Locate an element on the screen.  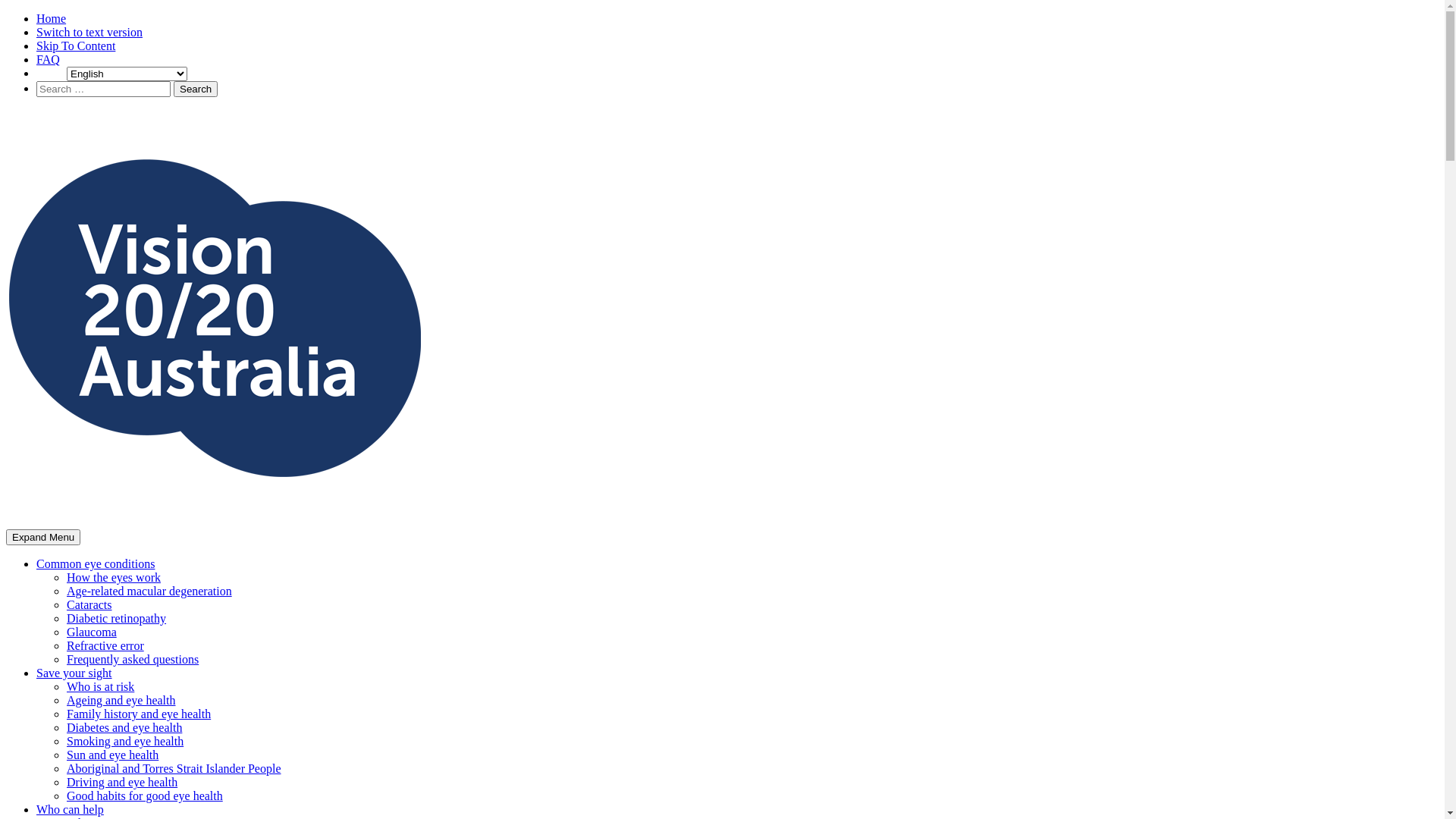
'Aboriginal and Torres Strait Islander People' is located at coordinates (65, 768).